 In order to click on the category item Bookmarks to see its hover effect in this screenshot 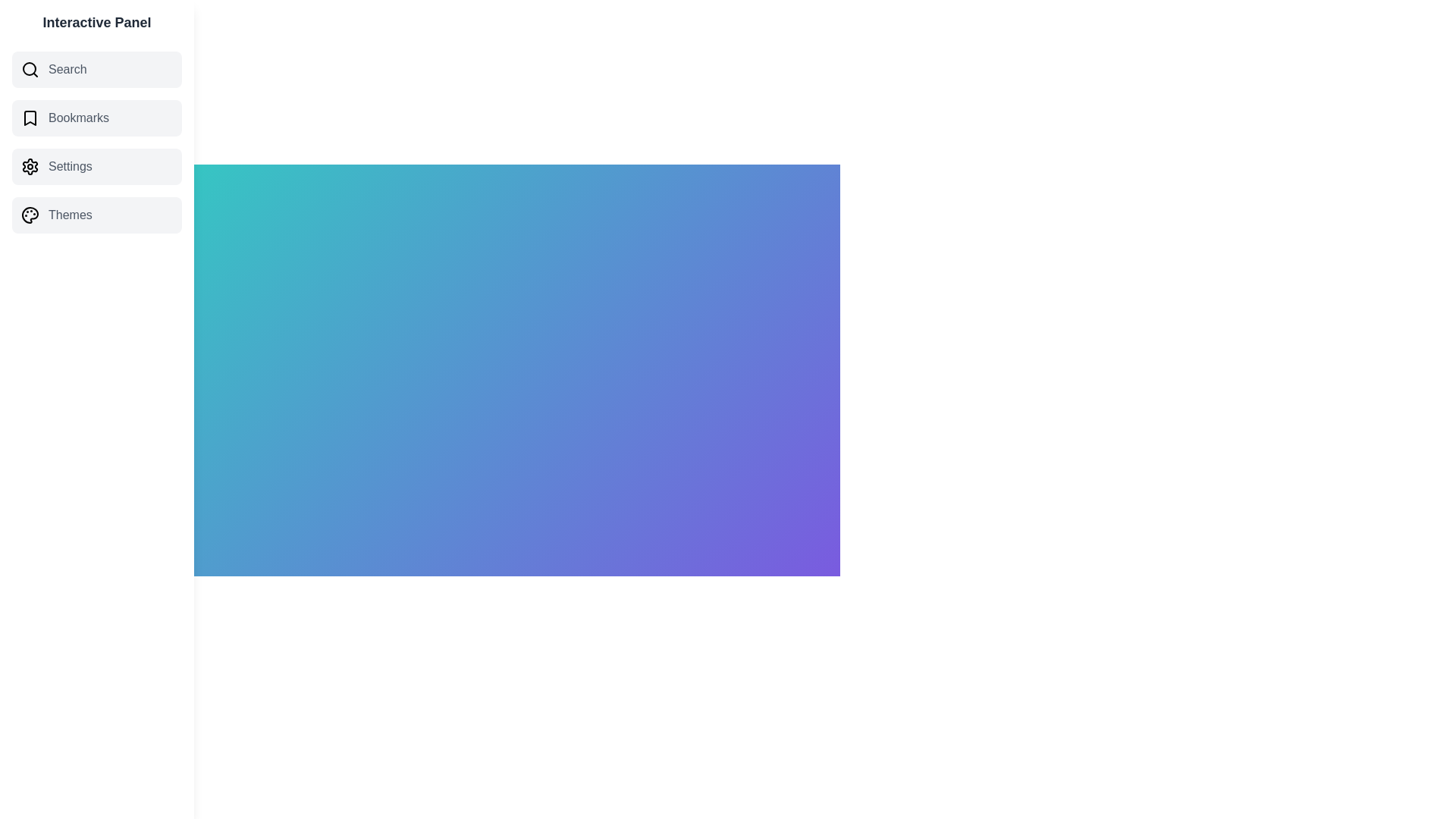, I will do `click(96, 117)`.